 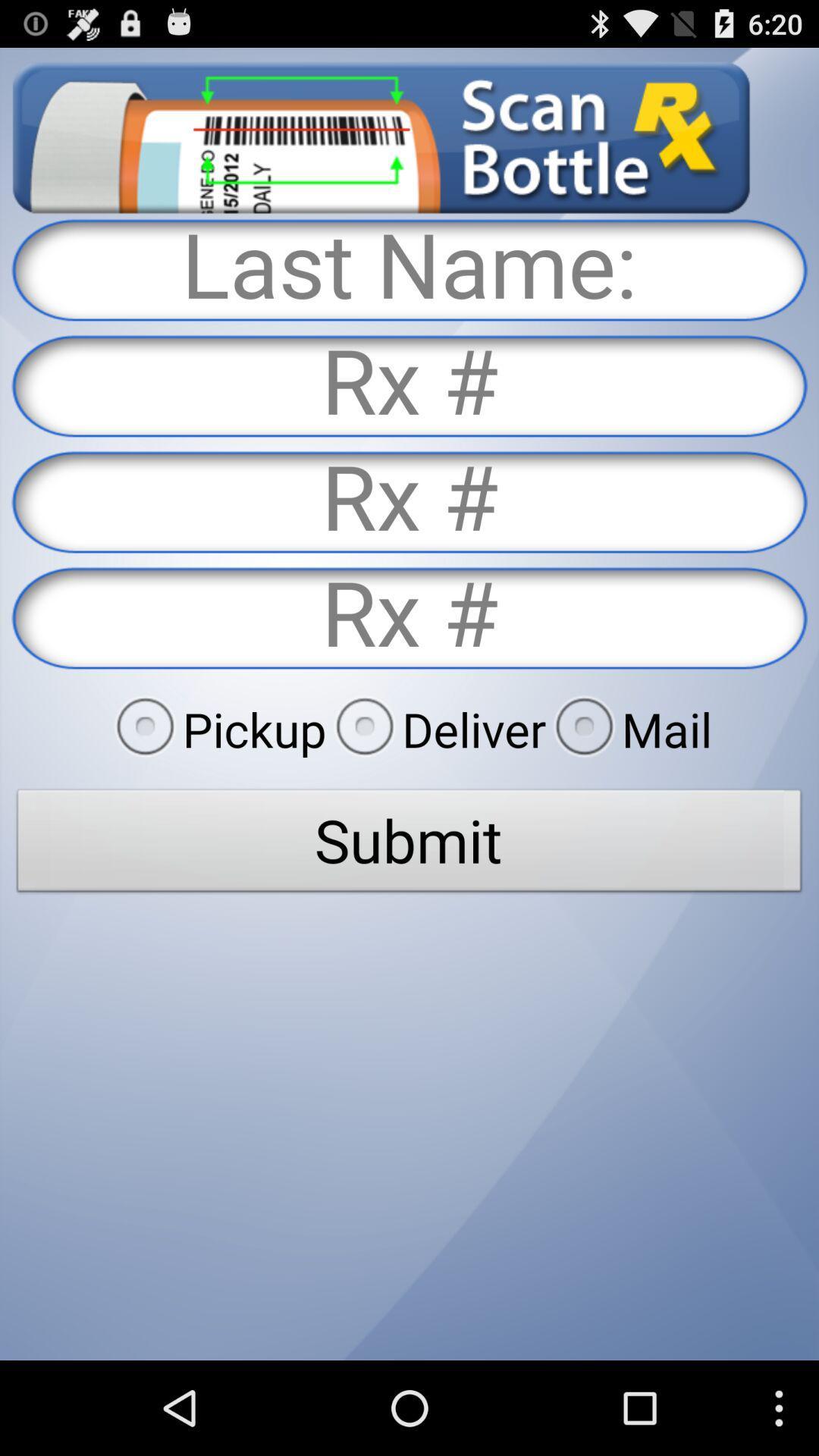 What do you see at coordinates (436, 729) in the screenshot?
I see `the icon to the right of the pickup radio button` at bounding box center [436, 729].